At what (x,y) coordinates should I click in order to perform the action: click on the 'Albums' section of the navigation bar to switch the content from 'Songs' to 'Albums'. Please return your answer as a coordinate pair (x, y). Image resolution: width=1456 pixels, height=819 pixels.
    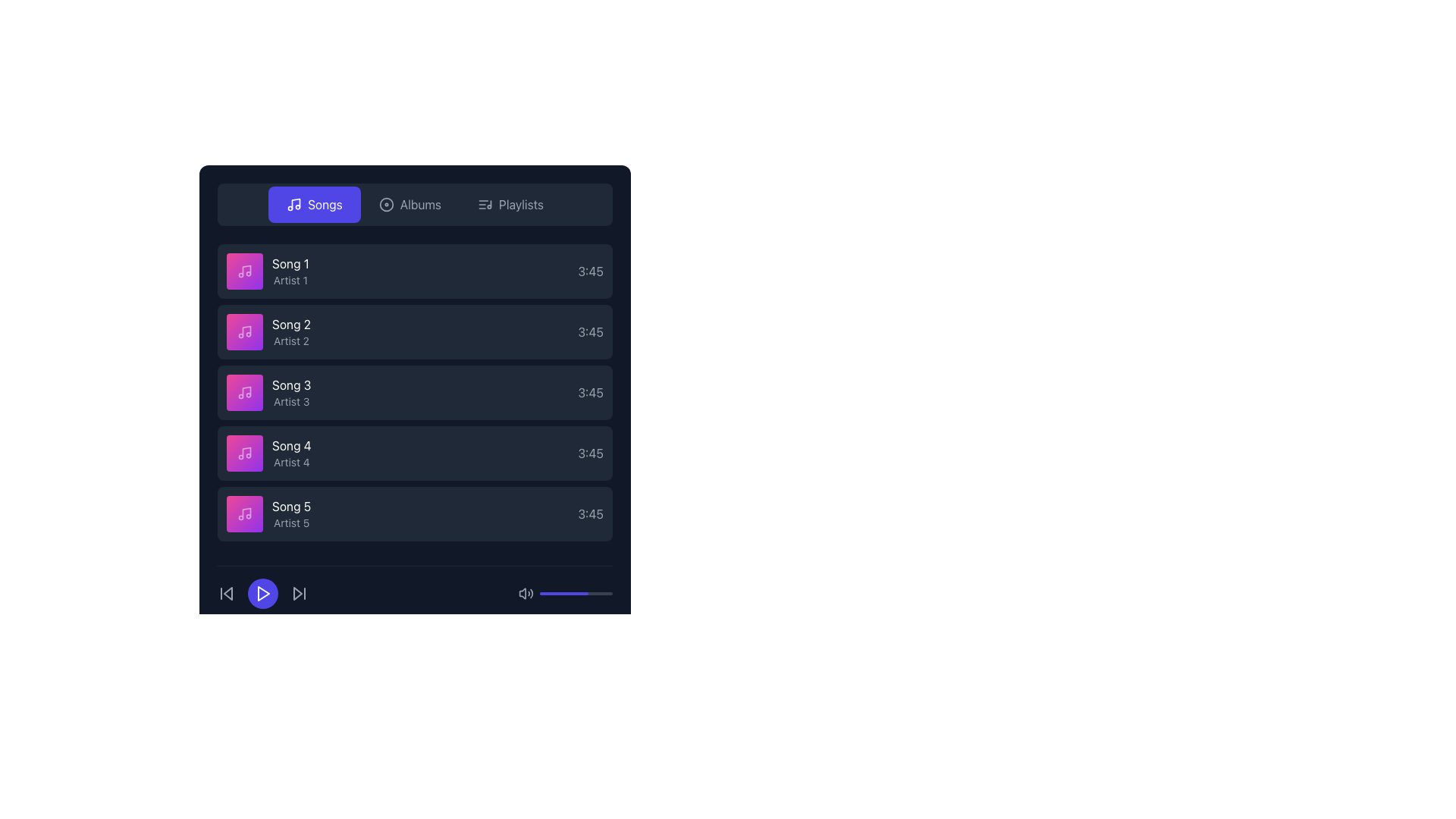
    Looking at the image, I should click on (415, 205).